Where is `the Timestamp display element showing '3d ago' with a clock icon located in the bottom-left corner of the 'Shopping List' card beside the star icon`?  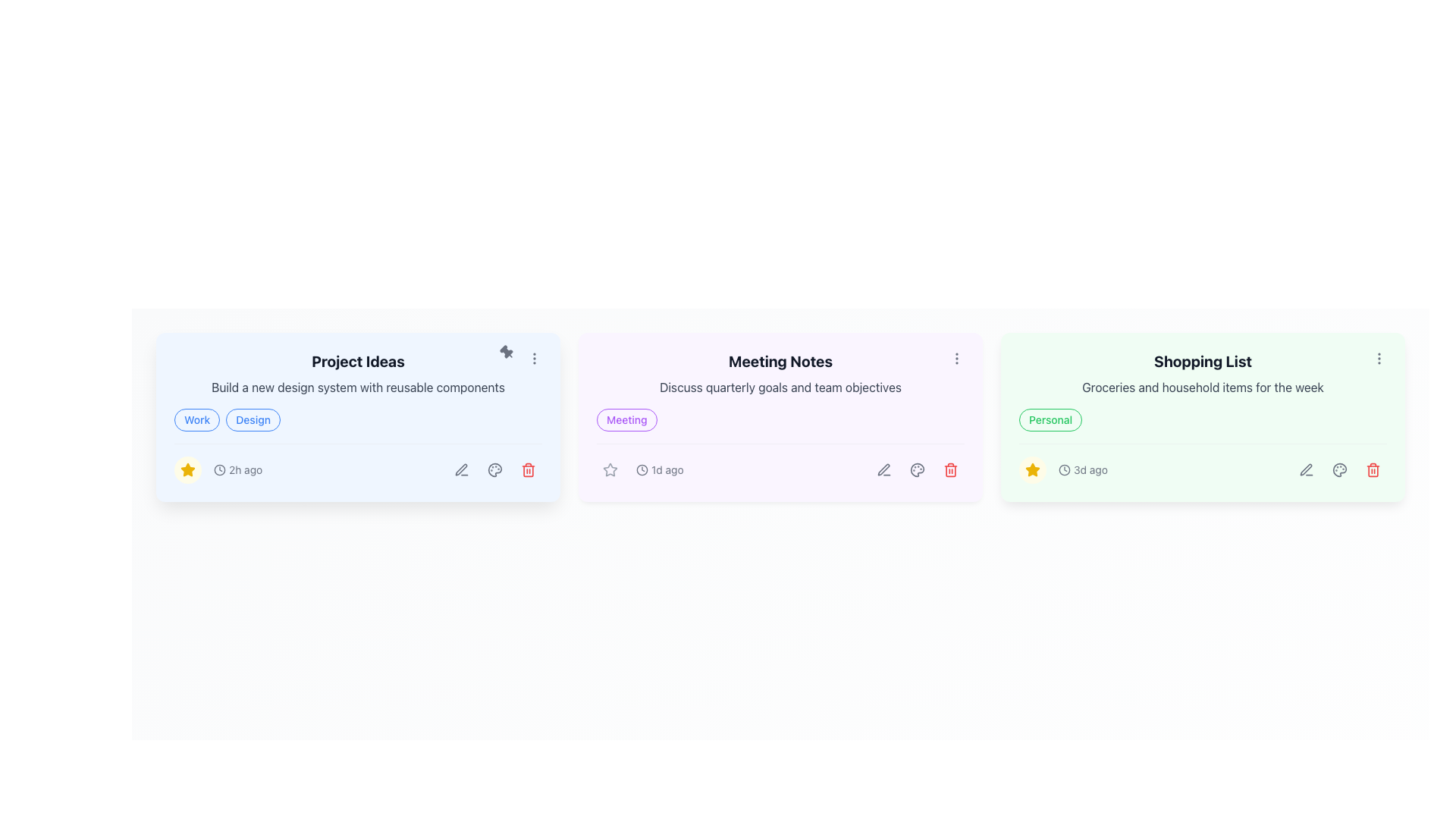
the Timestamp display element showing '3d ago' with a clock icon located in the bottom-left corner of the 'Shopping List' card beside the star icon is located at coordinates (1062, 469).